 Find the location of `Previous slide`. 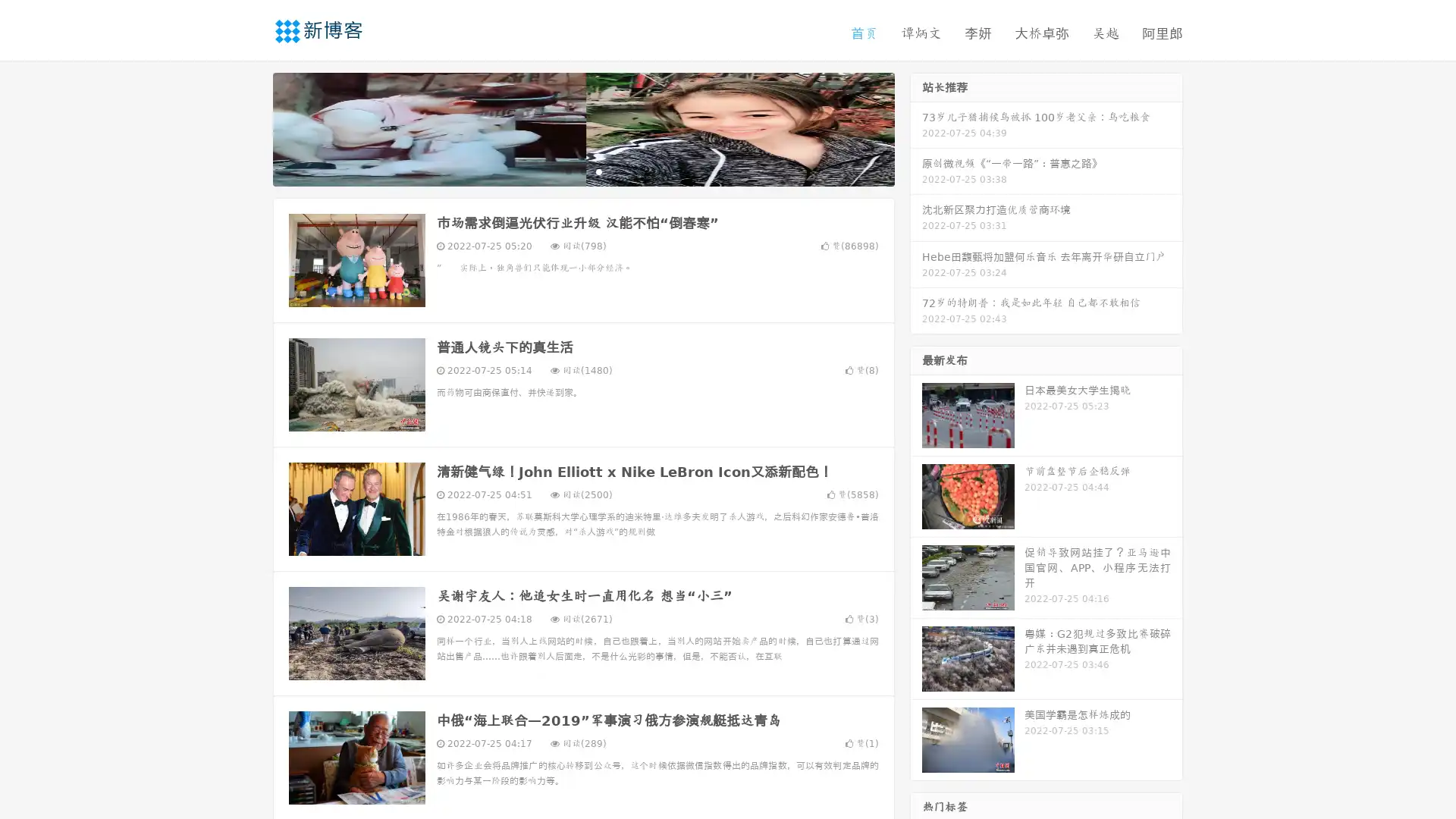

Previous slide is located at coordinates (250, 127).